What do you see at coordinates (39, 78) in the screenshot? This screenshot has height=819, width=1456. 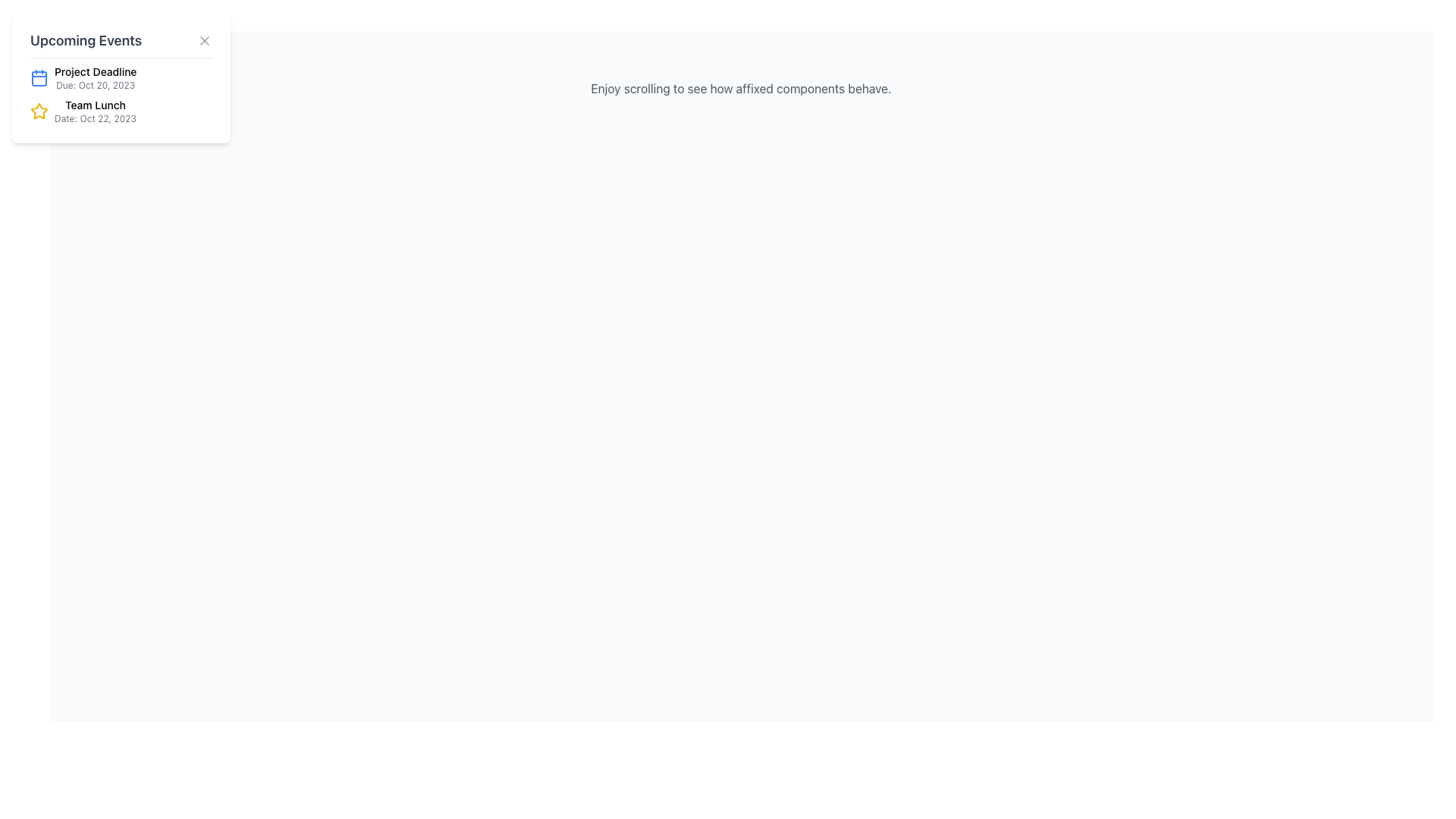 I see `the calendar icon located next to 'Project Deadline'` at bounding box center [39, 78].